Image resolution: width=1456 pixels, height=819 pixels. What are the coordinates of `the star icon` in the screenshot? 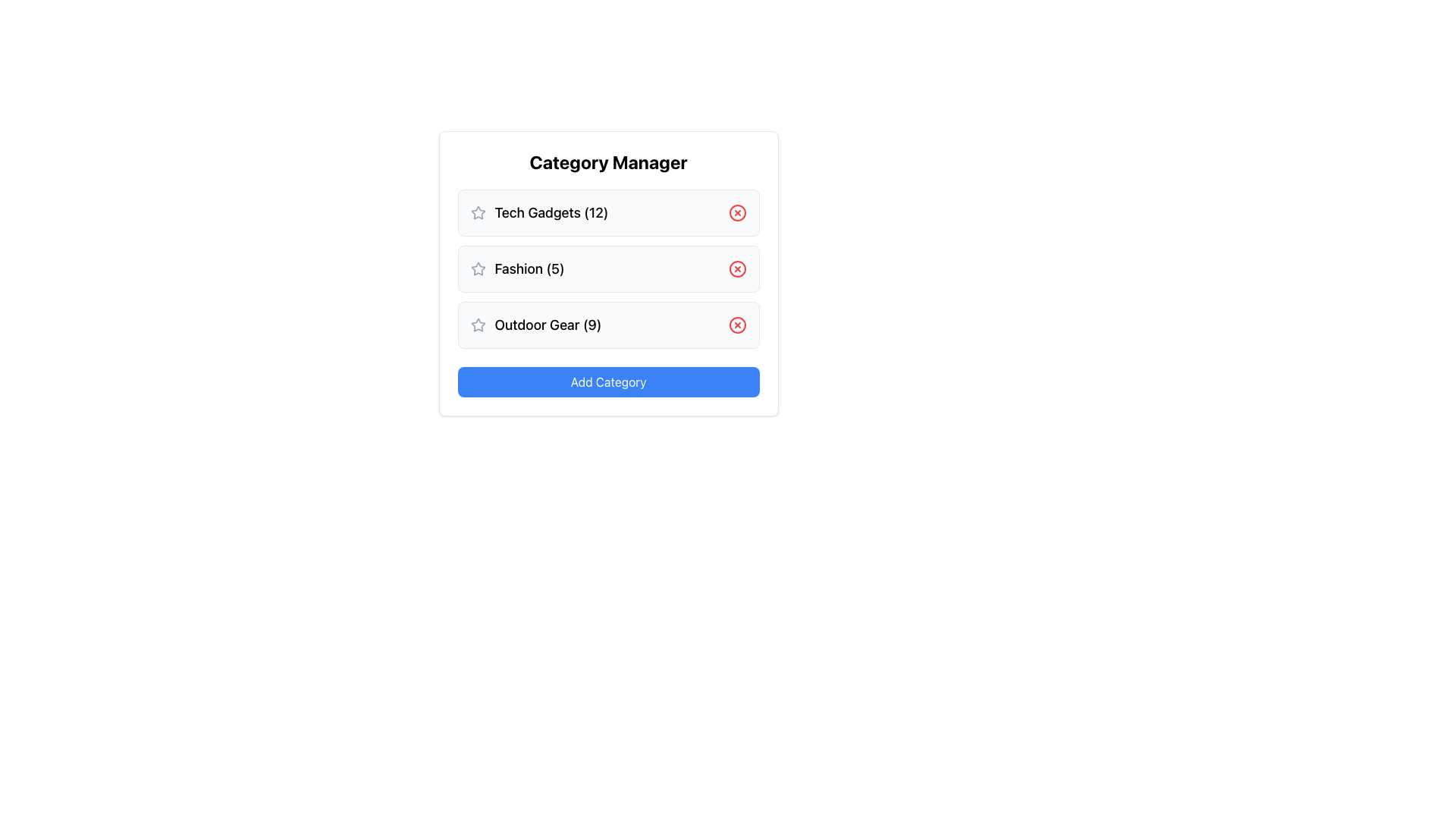 It's located at (477, 324).